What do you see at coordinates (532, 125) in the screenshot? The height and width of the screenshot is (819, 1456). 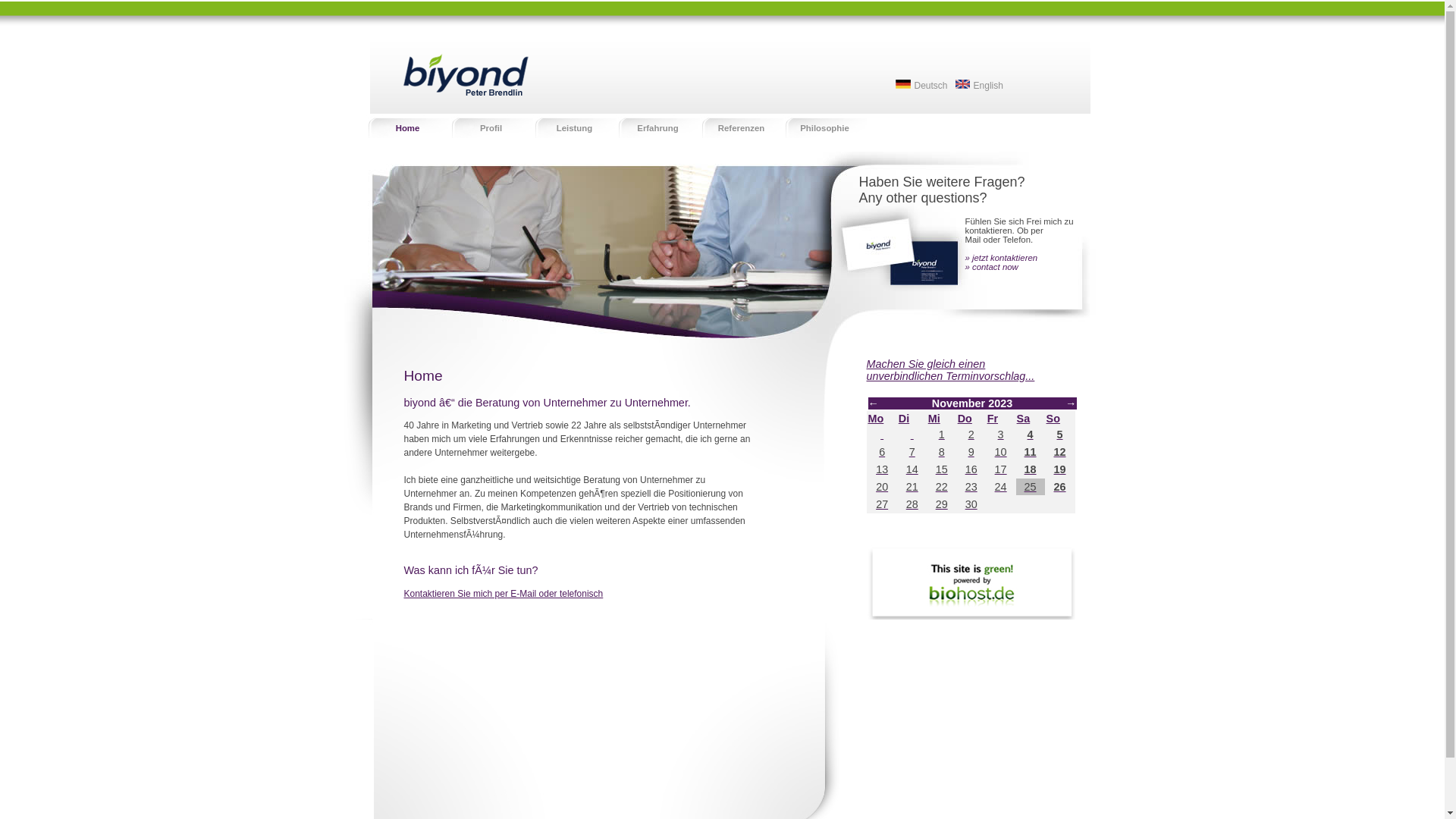 I see `'Leistung'` at bounding box center [532, 125].